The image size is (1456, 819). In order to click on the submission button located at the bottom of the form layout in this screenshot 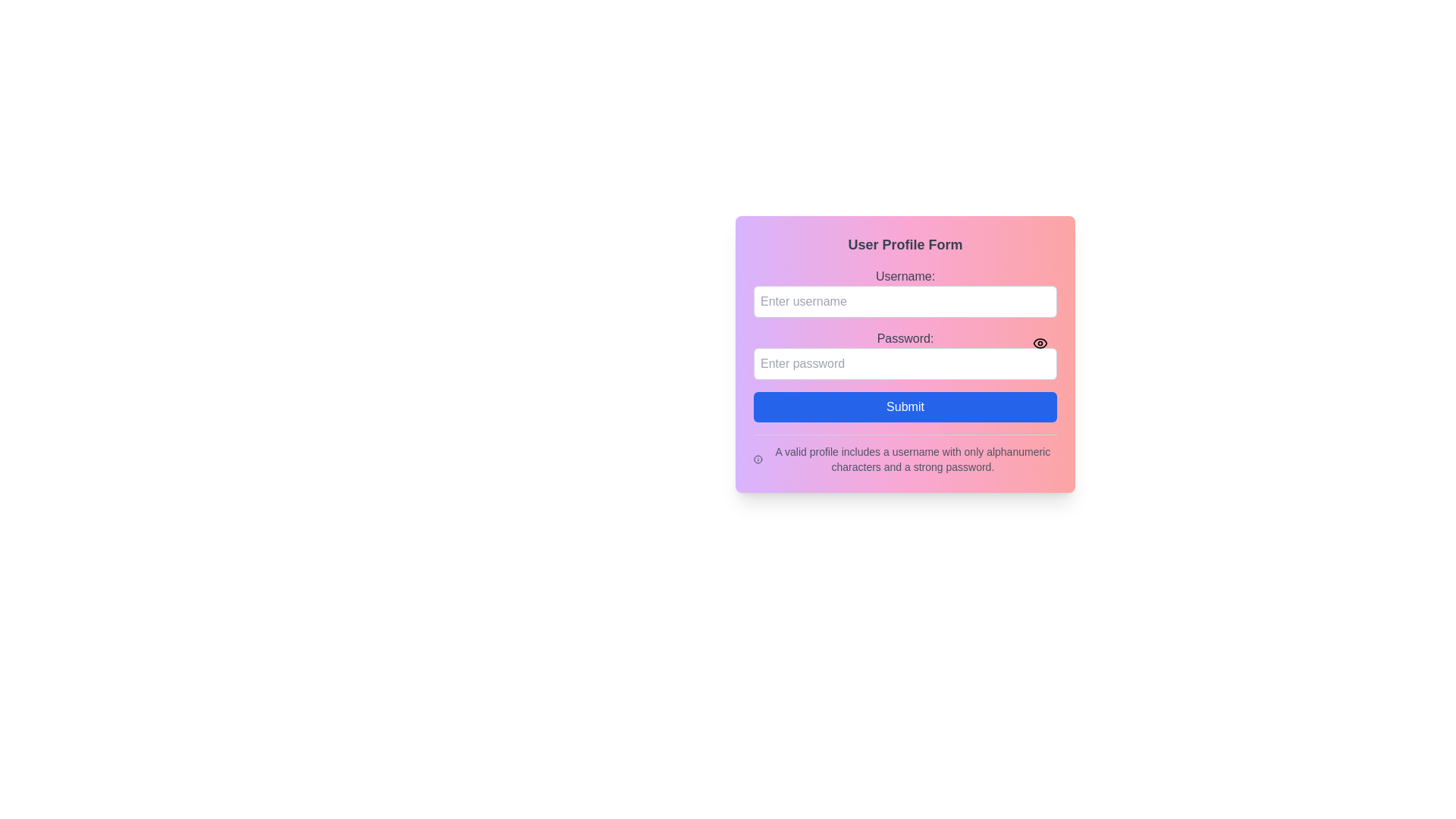, I will do `click(905, 406)`.